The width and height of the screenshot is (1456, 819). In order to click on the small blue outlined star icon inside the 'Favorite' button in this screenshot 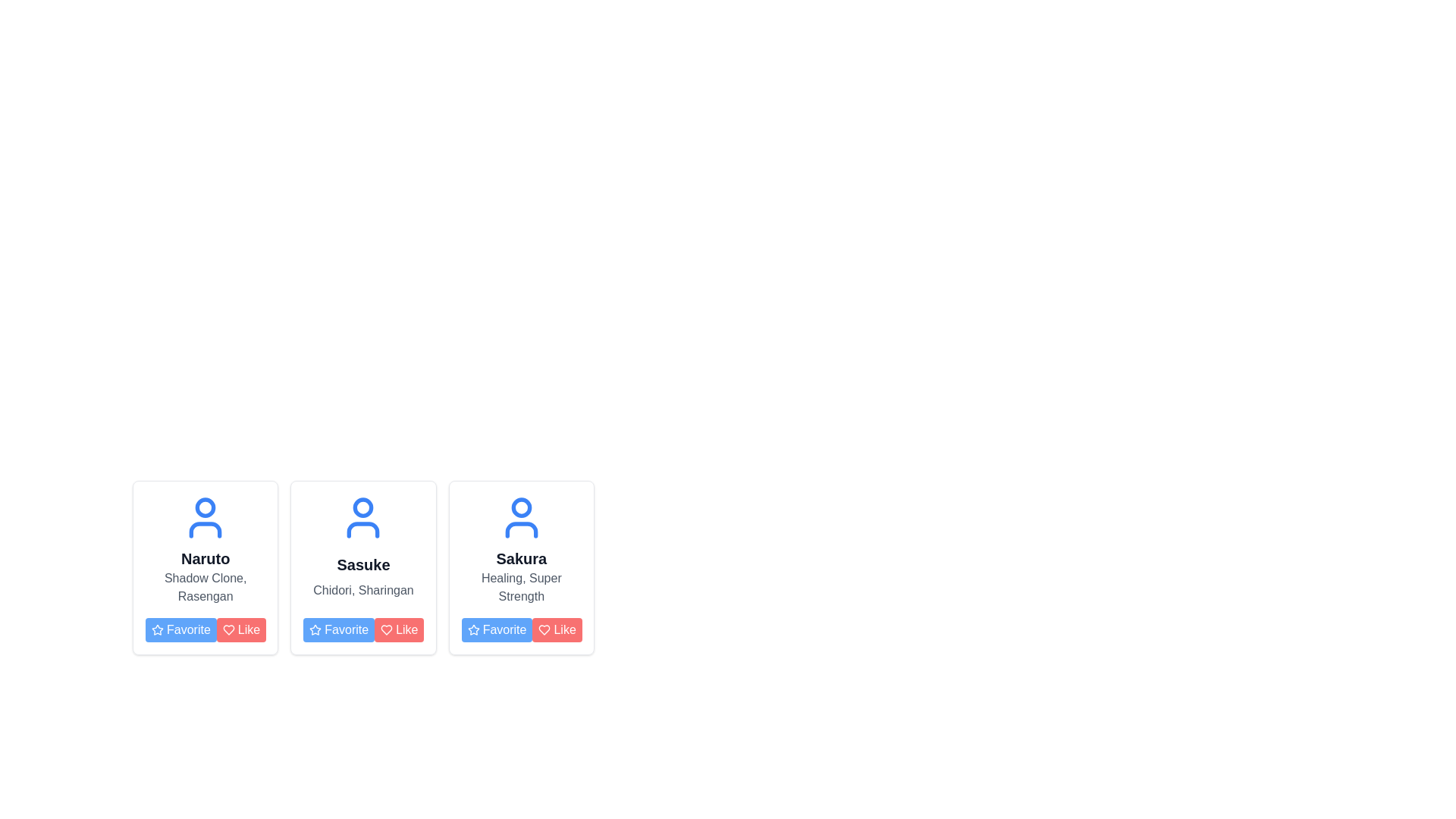, I will do `click(472, 629)`.